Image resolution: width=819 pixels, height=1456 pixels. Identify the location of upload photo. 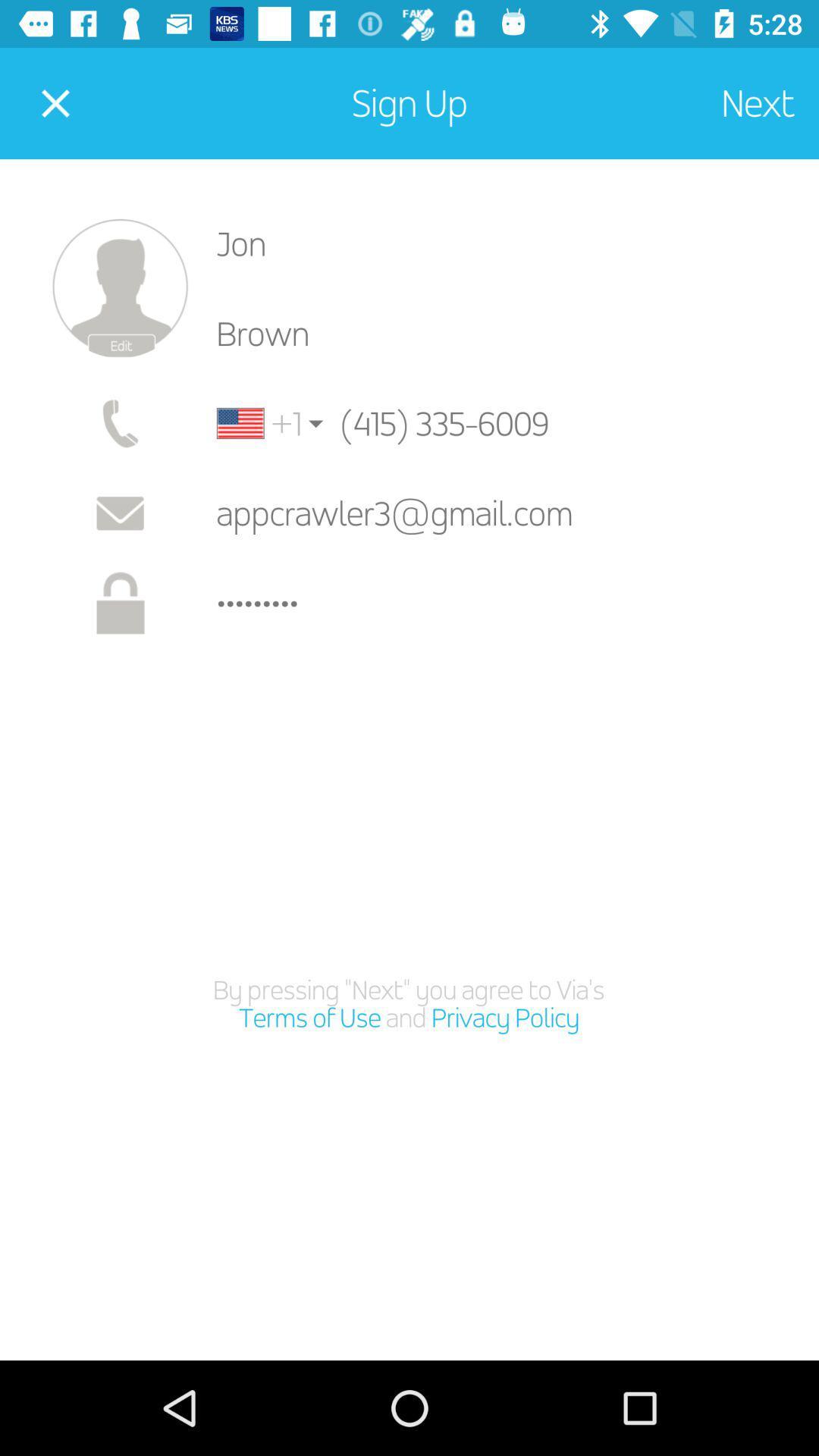
(119, 288).